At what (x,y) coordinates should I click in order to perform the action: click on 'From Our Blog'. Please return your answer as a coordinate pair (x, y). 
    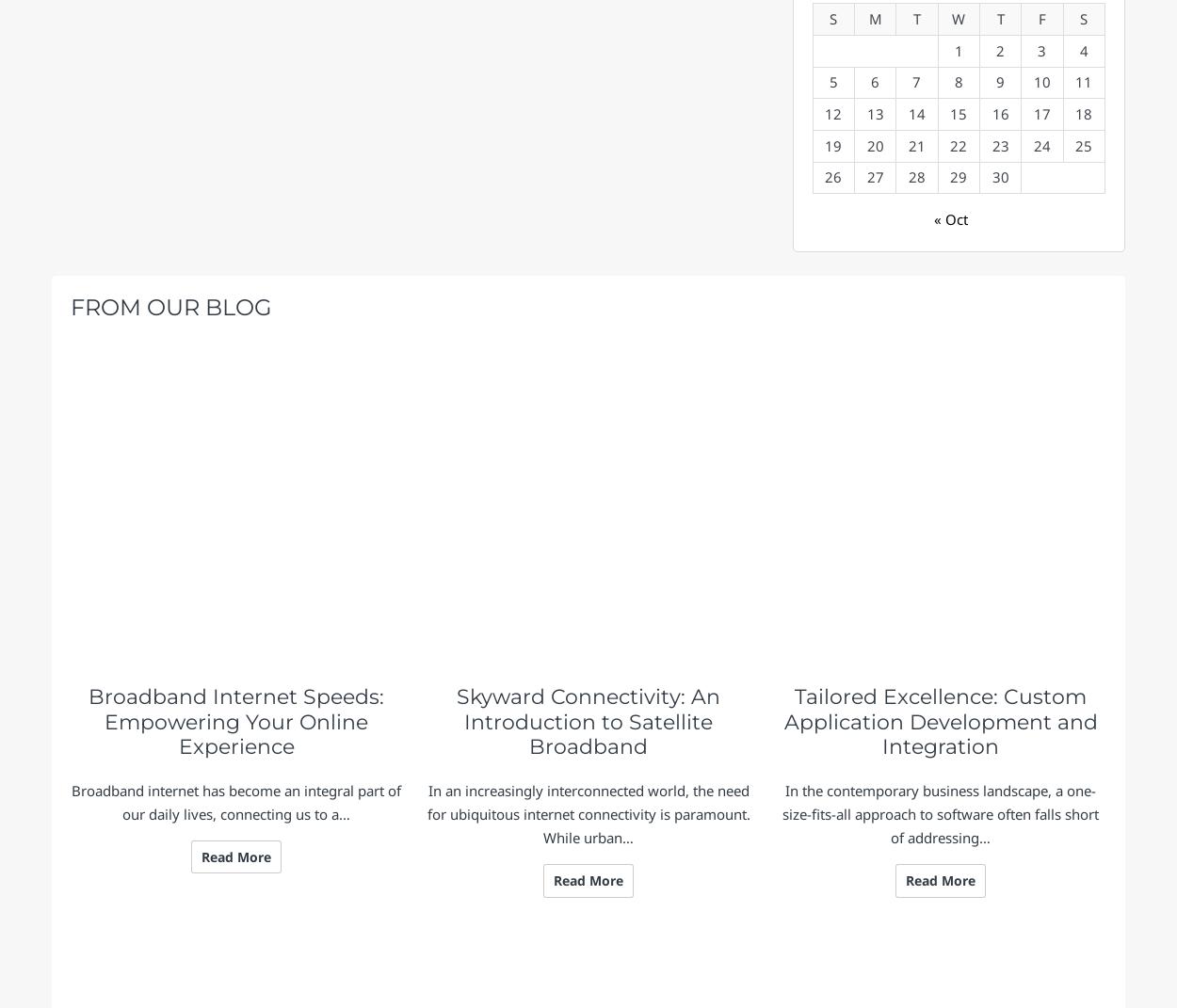
    Looking at the image, I should click on (171, 305).